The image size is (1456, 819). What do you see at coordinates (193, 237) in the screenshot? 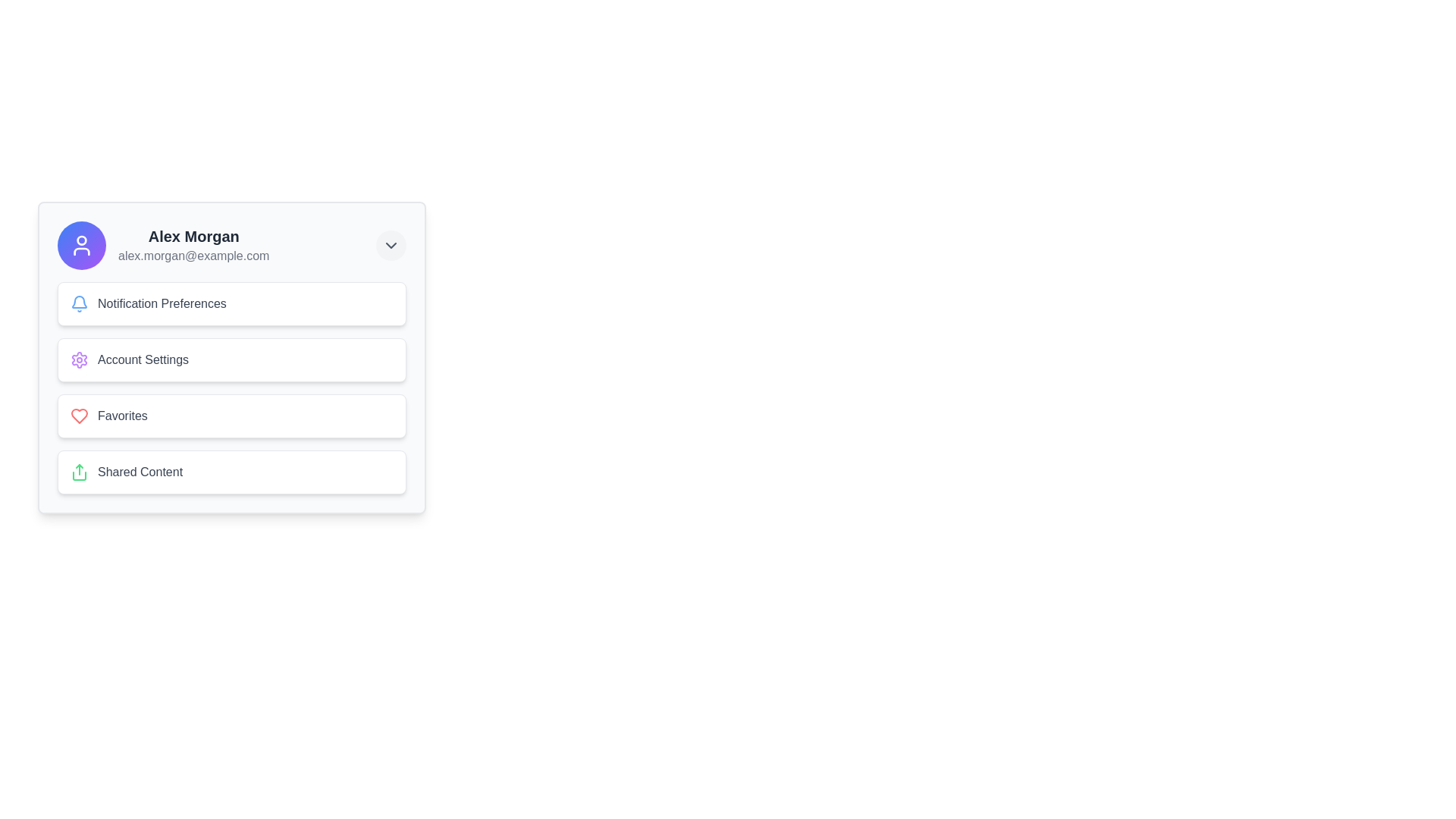
I see `the Text label displaying 'Alex Morgan', which is styled in a larger, bold font and located near the top of the card interface` at bounding box center [193, 237].